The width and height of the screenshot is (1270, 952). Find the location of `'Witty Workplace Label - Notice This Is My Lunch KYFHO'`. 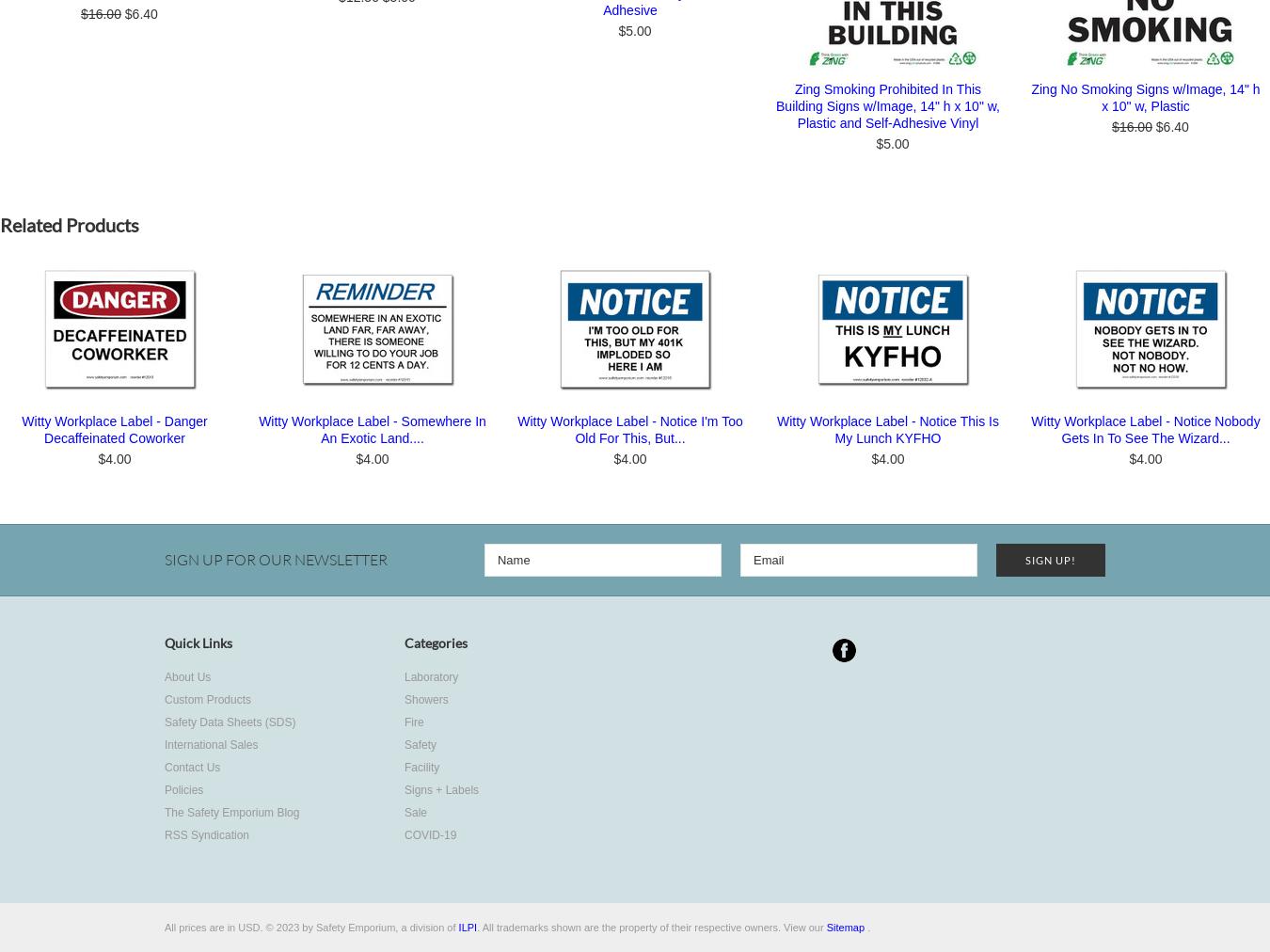

'Witty Workplace Label - Notice This Is My Lunch KYFHO' is located at coordinates (886, 430).